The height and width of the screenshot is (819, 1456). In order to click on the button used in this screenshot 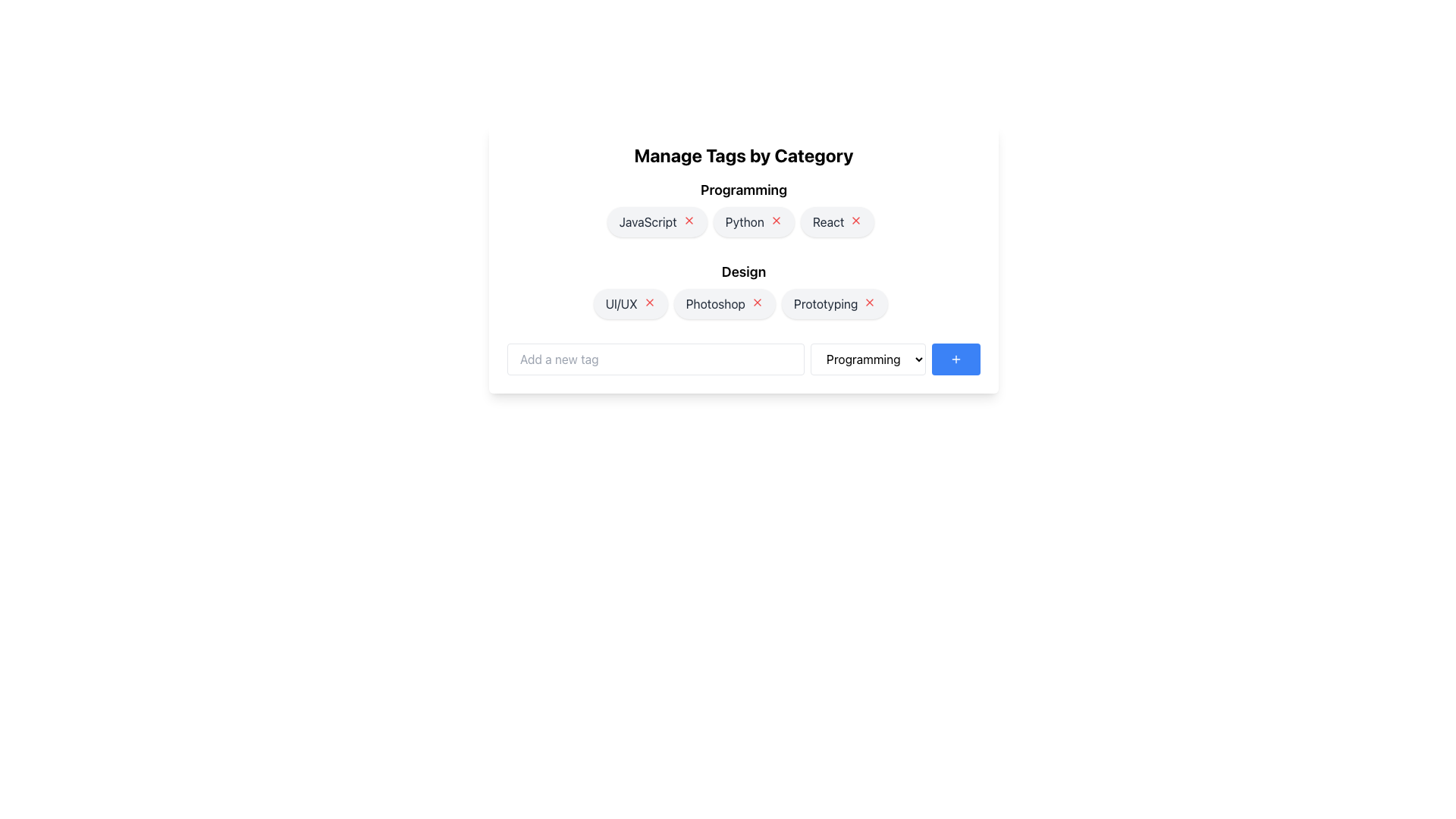, I will do `click(955, 359)`.